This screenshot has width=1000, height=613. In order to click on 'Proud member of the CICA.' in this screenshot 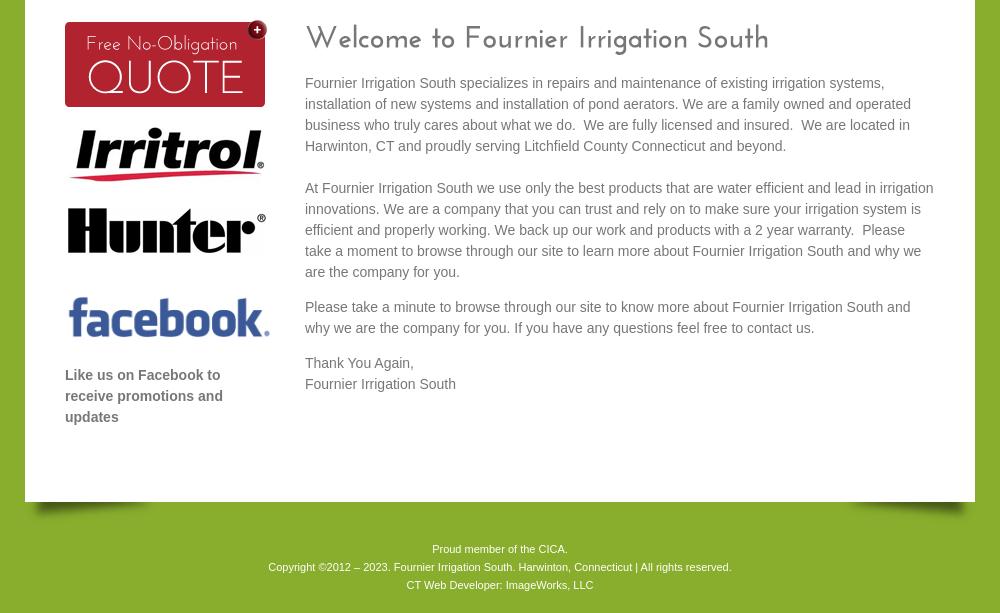, I will do `click(498, 548)`.